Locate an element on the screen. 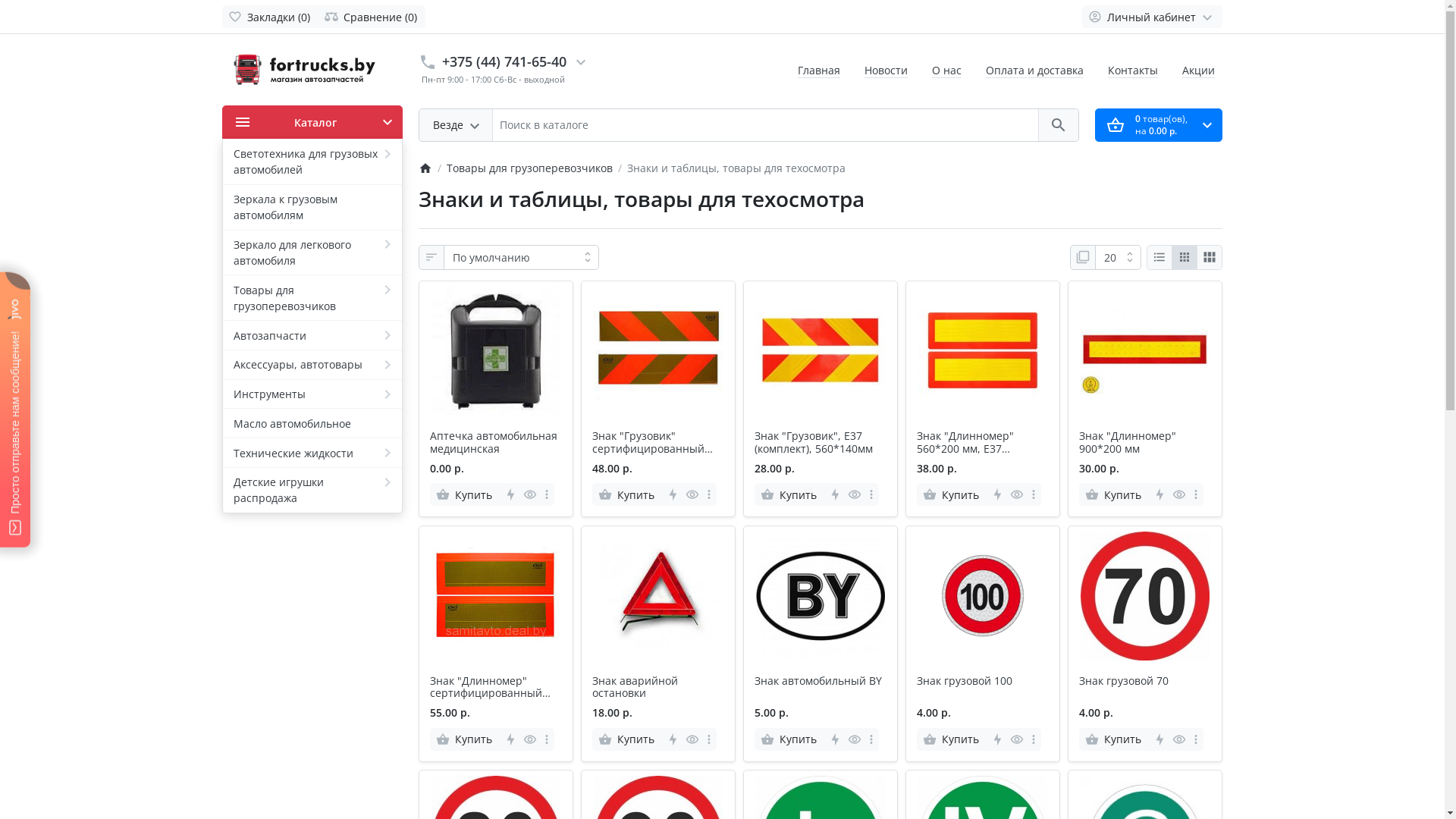  '+375 (44) 741-65-40' is located at coordinates (504, 61).